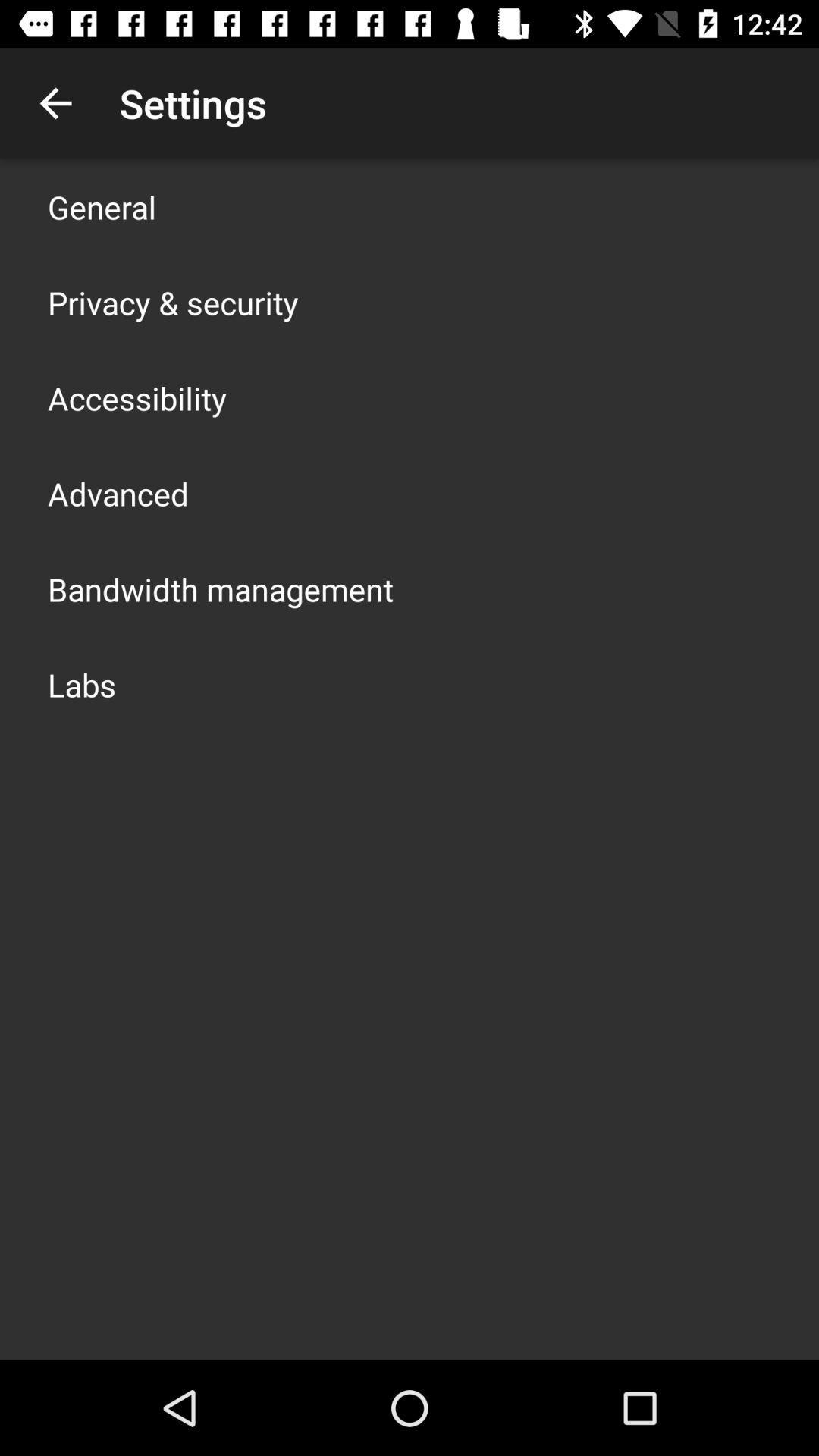 This screenshot has height=1456, width=819. Describe the element at coordinates (55, 102) in the screenshot. I see `item to the left of settings app` at that location.